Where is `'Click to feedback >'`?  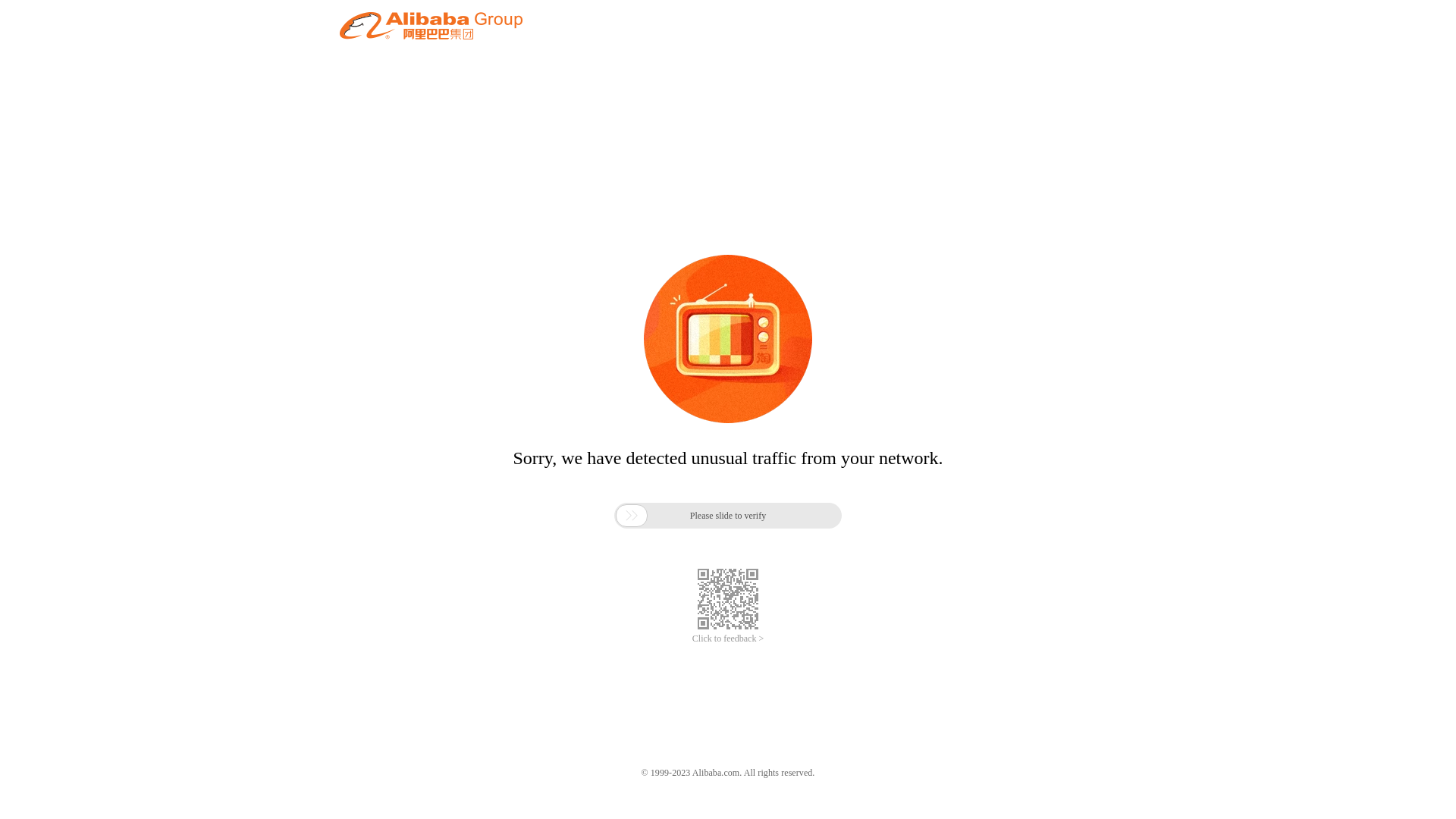 'Click to feedback >' is located at coordinates (691, 639).